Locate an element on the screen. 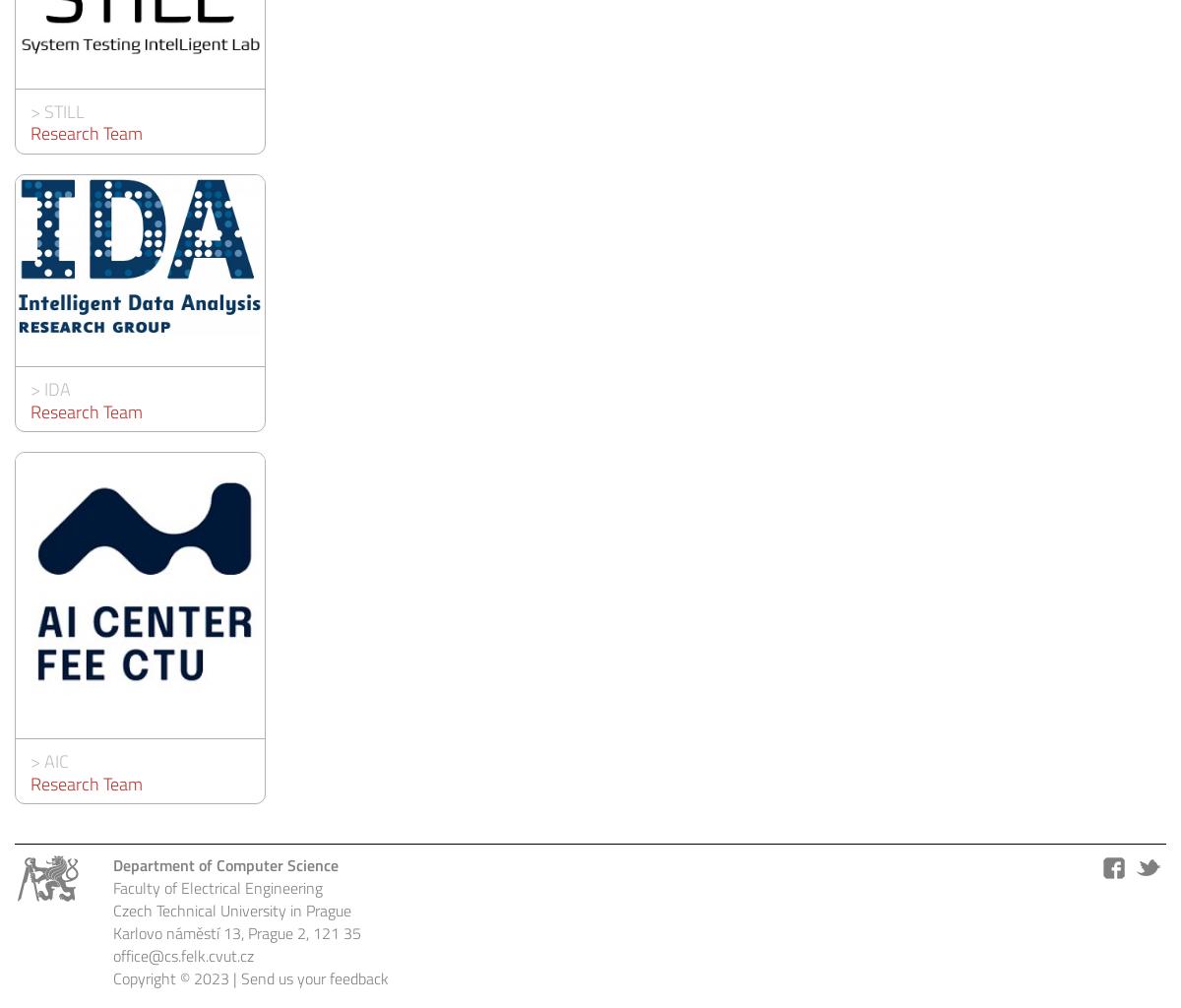 The height and width of the screenshot is (1008, 1181). 'Copyright © 2023 |' is located at coordinates (176, 976).